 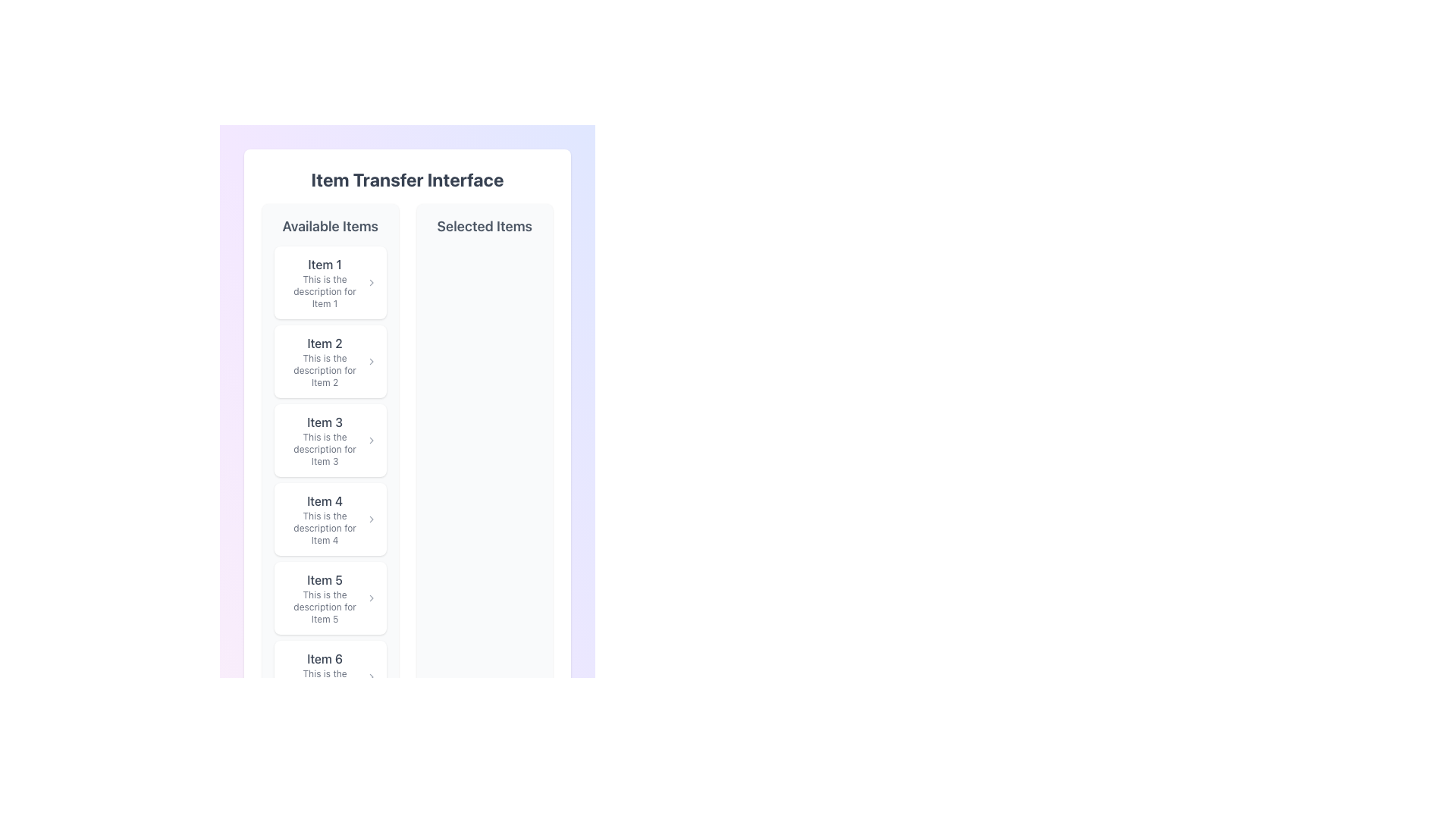 I want to click on static text 'This is the description for Item 2' located in the second row of the left panel titled 'Available Items', beneath the title 'Item 2', so click(x=324, y=371).